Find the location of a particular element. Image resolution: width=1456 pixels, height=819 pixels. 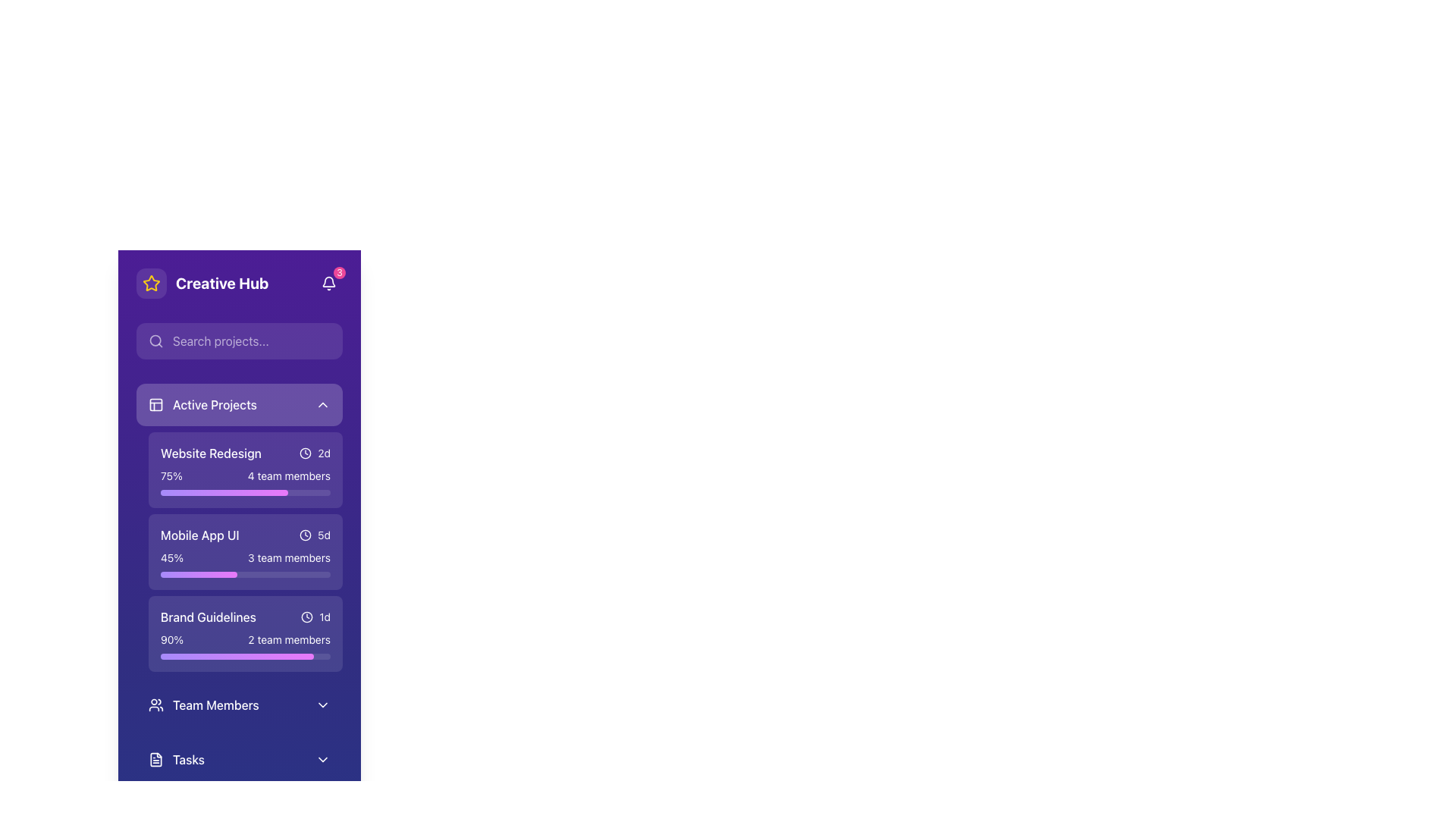

the informational label displaying '4 team members' located in the 'Website Redesign' project section of the dashboard's left sidebar is located at coordinates (289, 475).